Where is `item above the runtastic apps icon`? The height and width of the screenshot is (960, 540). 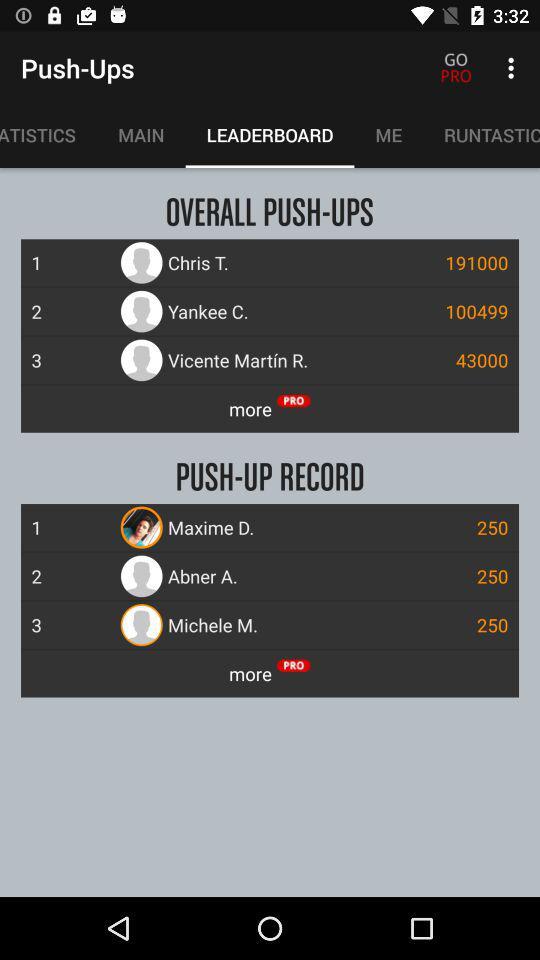
item above the runtastic apps icon is located at coordinates (513, 68).